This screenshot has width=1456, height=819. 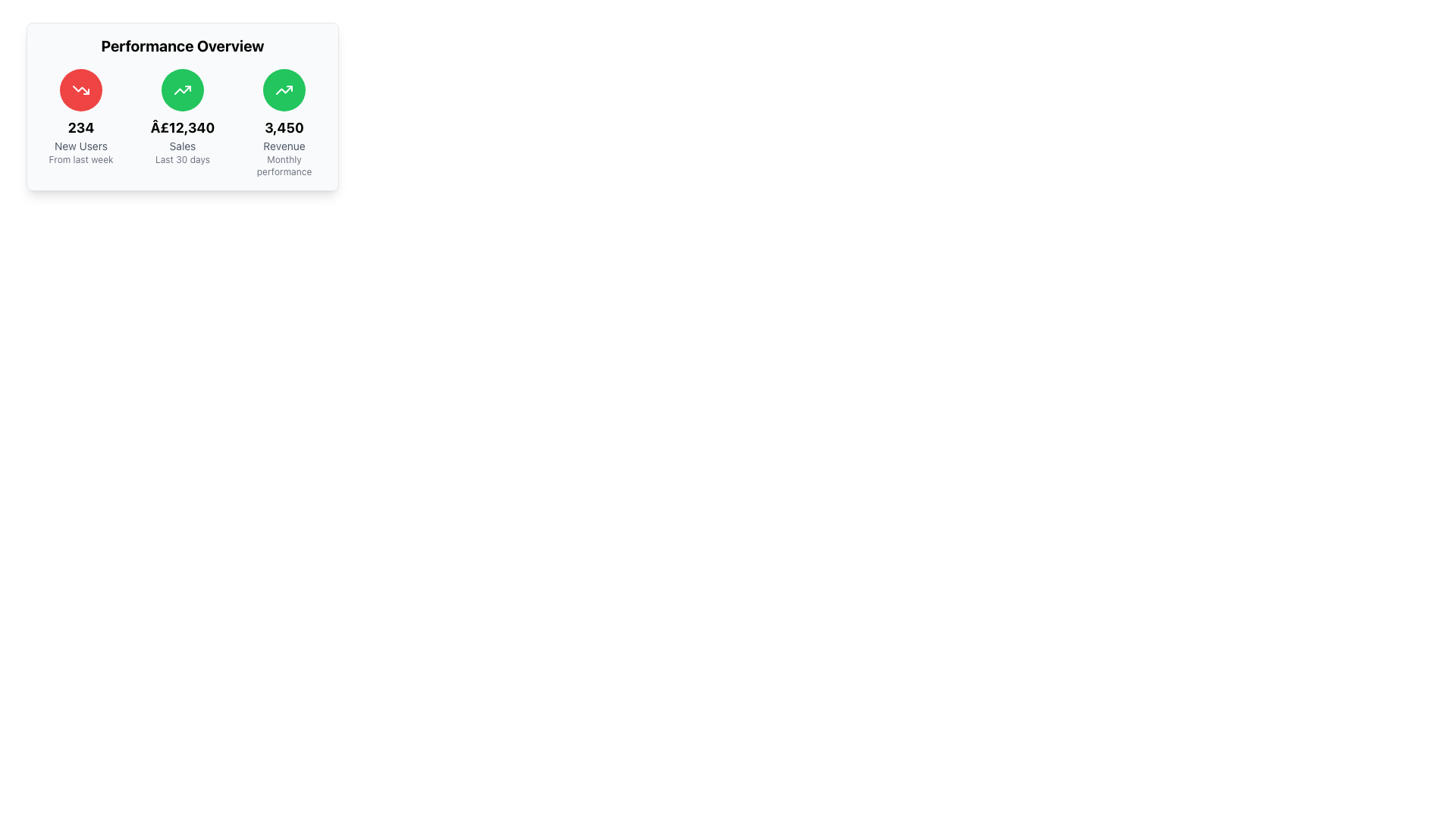 What do you see at coordinates (284, 146) in the screenshot?
I see `the Text Label that indicates 'Revenue', positioned below the bold number '3,450' within the summary card` at bounding box center [284, 146].